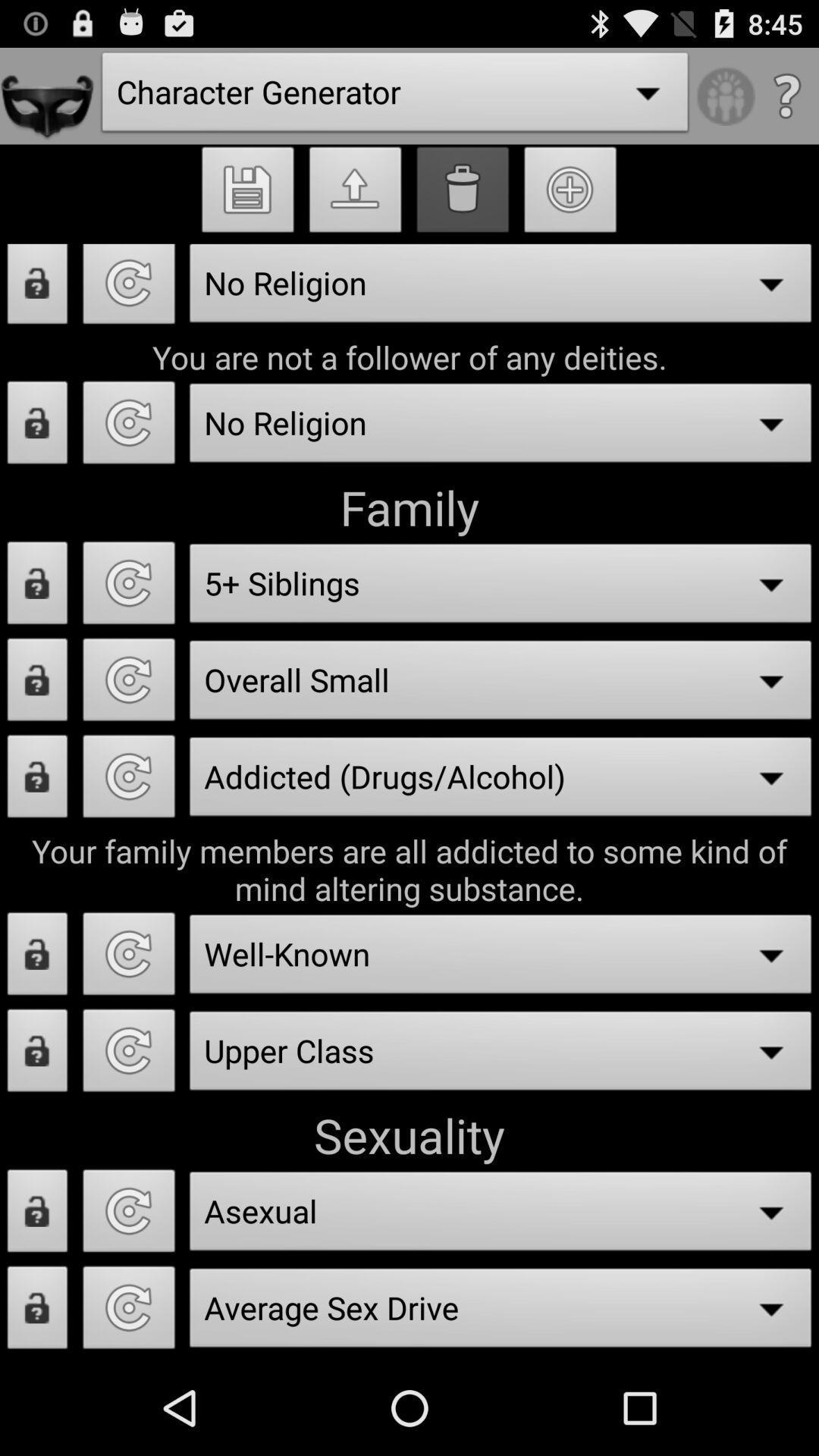 The width and height of the screenshot is (819, 1456). What do you see at coordinates (36, 586) in the screenshot?
I see `lock` at bounding box center [36, 586].